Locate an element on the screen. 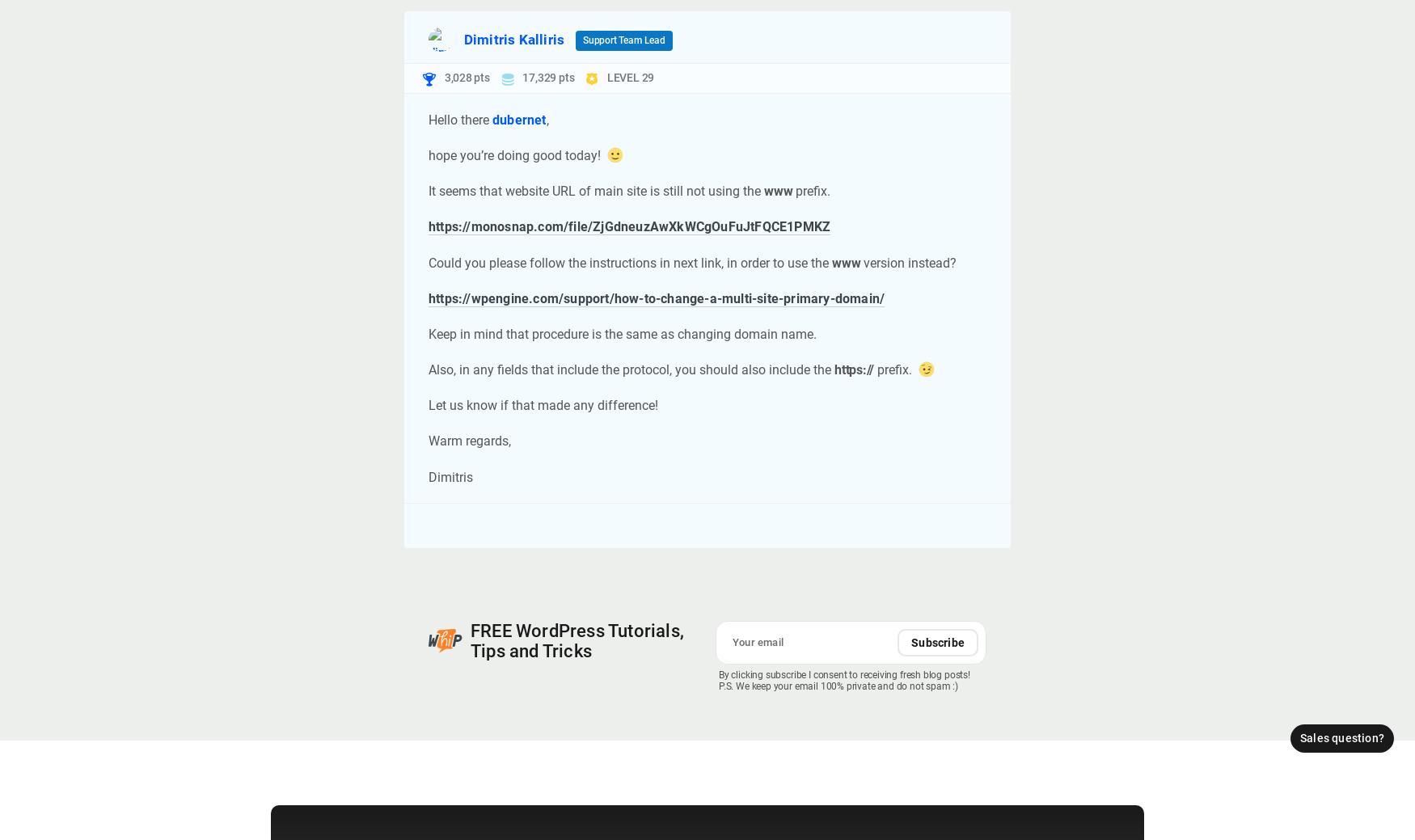 The image size is (1415, 840). 'LEVEL' is located at coordinates (623, 77).